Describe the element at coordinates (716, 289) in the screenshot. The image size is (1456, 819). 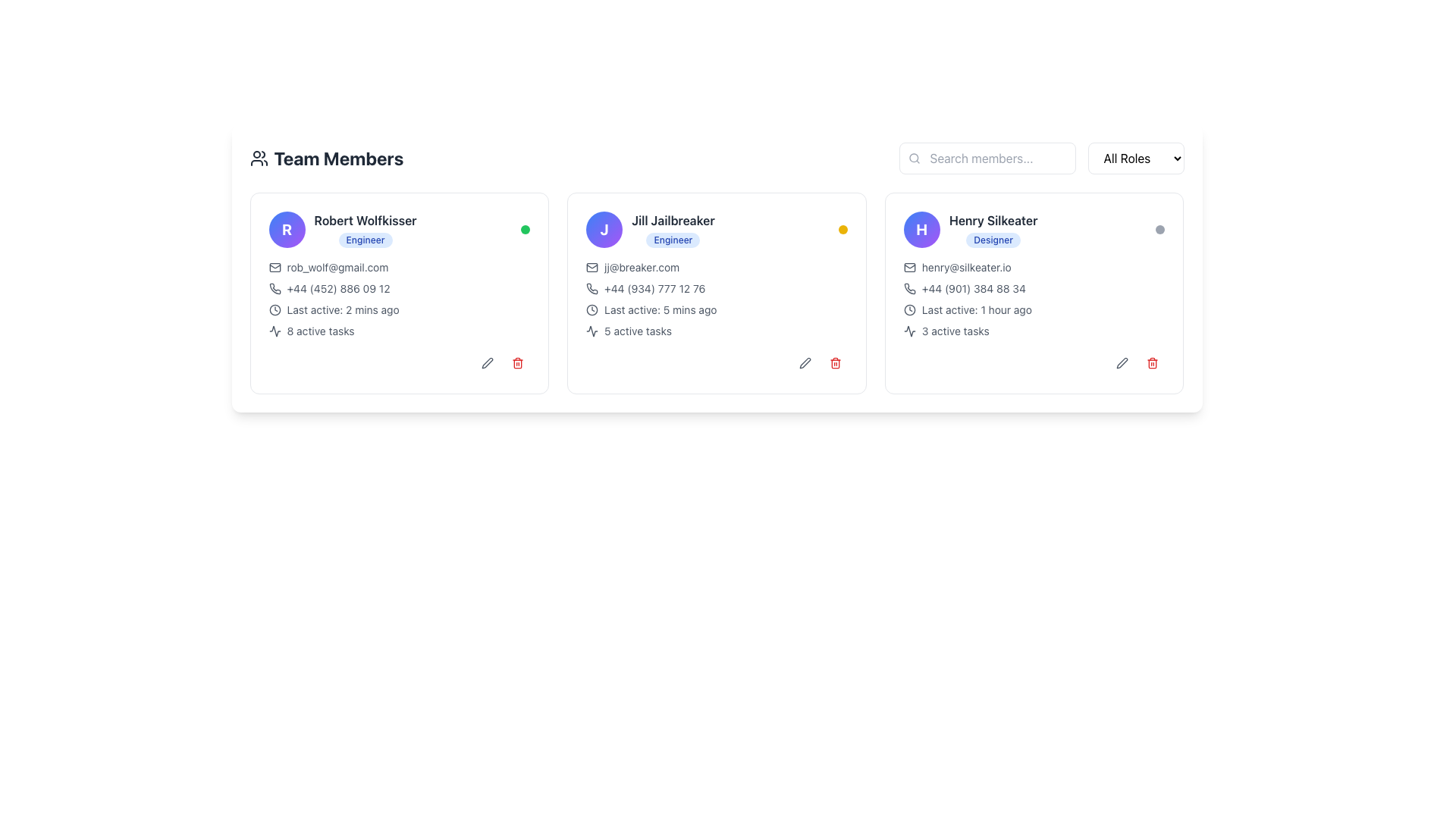
I see `the phone contact detail display for 'Jill Jailbreaker', located within the second card, below the email address and above 'Last active'` at that location.